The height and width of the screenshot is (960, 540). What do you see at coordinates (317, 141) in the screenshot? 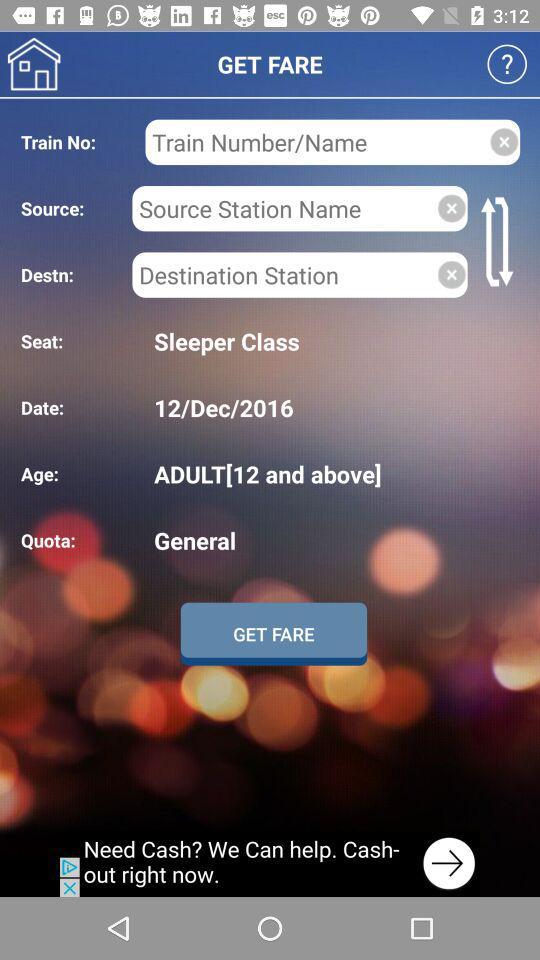
I see `prompts for train number` at bounding box center [317, 141].